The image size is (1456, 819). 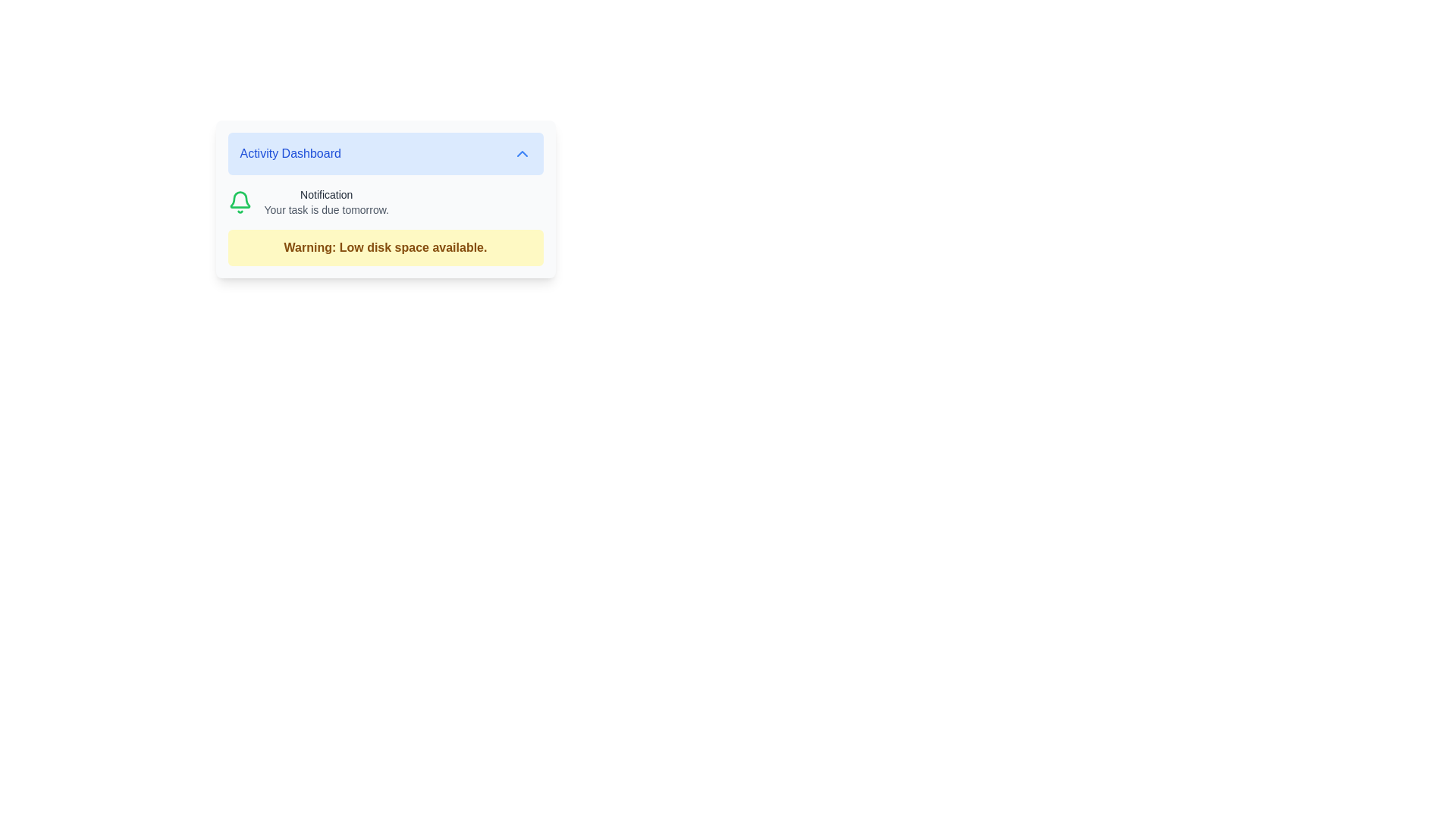 I want to click on text content of the header label positioned at the center of the notification panel, above the text 'Your task is due tomorrow.', so click(x=325, y=194).